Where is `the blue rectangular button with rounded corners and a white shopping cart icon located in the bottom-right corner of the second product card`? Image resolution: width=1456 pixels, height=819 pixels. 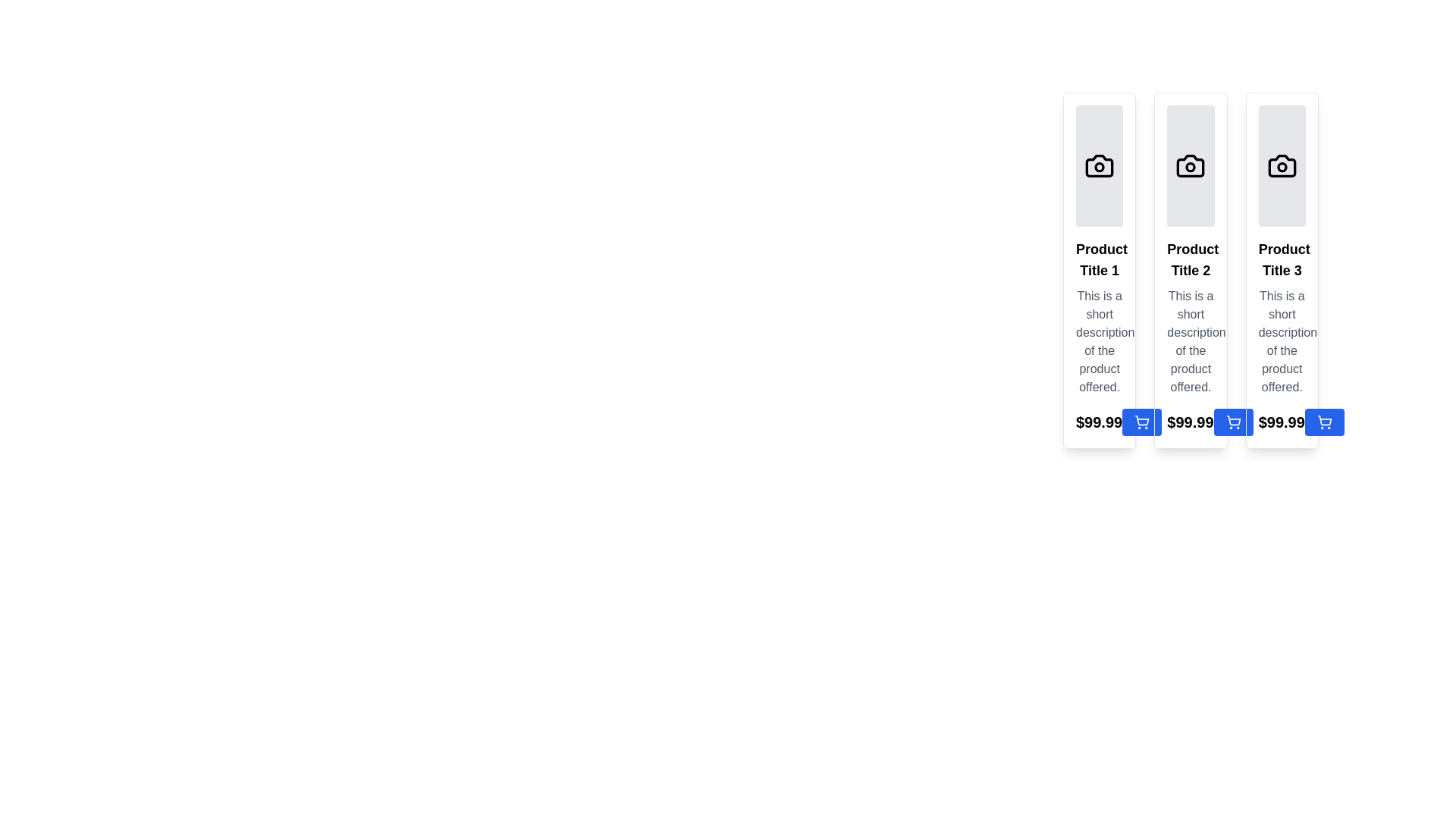 the blue rectangular button with rounded corners and a white shopping cart icon located in the bottom-right corner of the second product card is located at coordinates (1142, 422).